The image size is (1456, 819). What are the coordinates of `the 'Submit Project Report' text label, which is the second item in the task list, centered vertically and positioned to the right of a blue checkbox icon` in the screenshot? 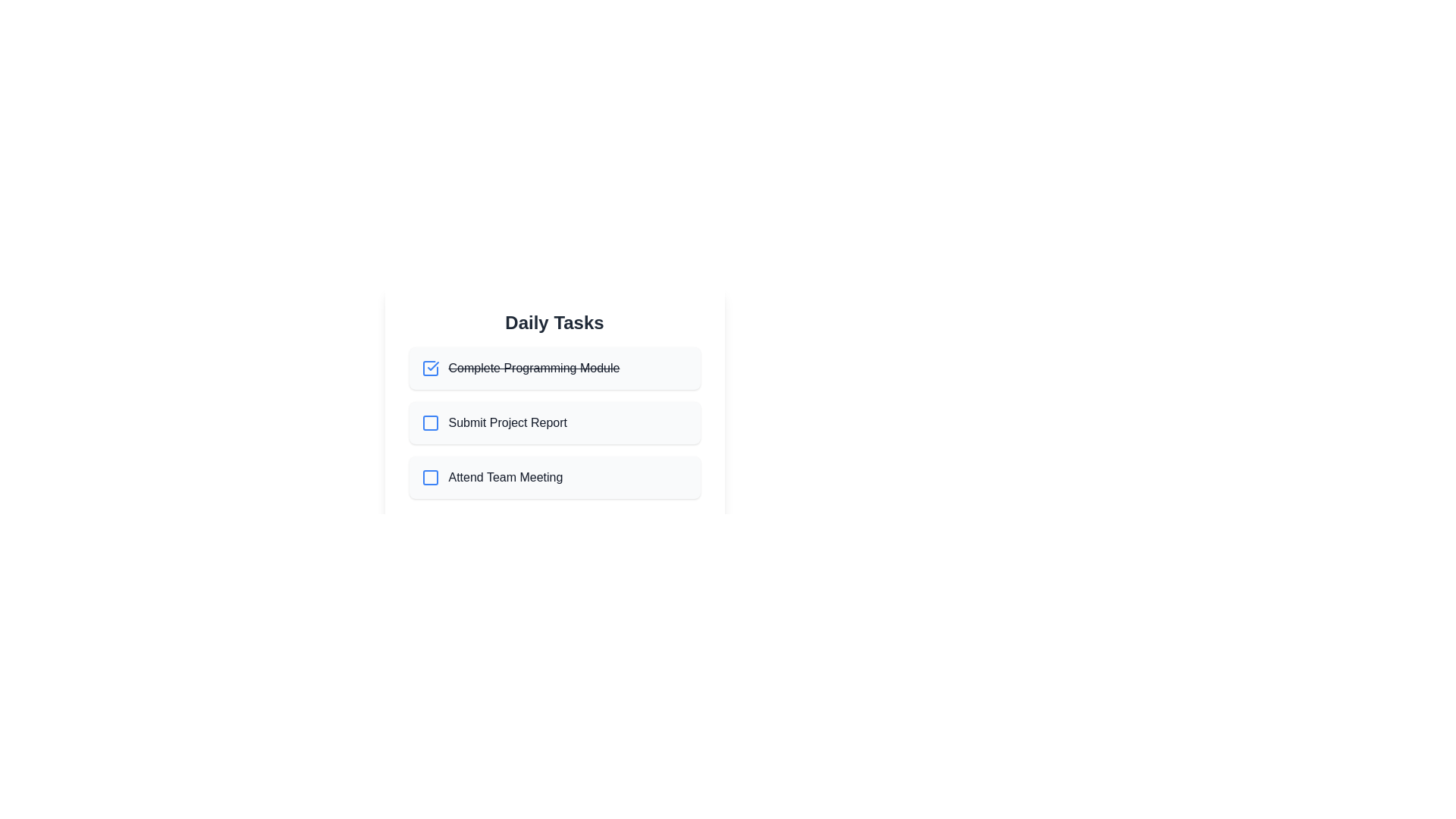 It's located at (507, 423).